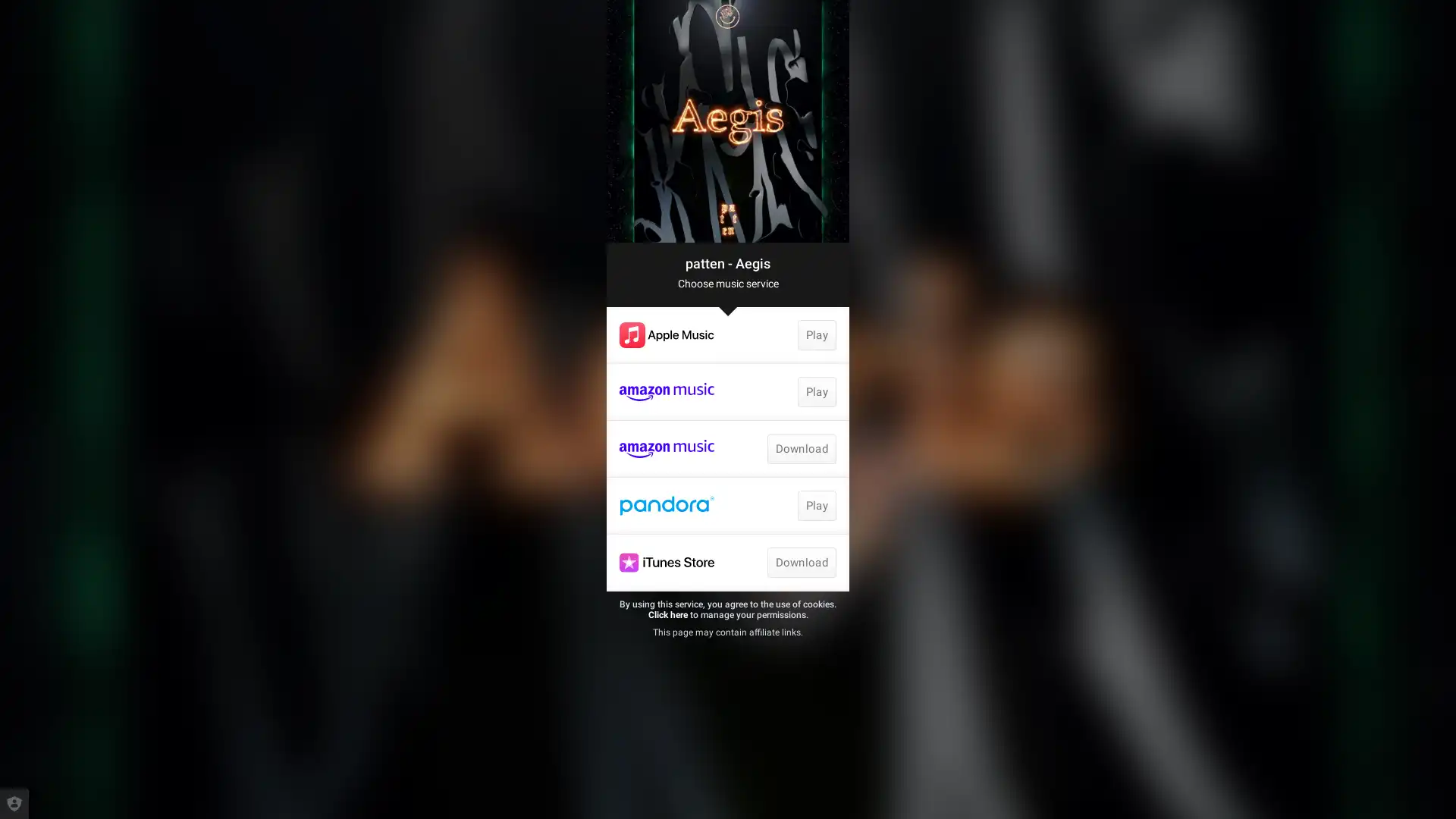 The height and width of the screenshot is (819, 1456). I want to click on Play, so click(815, 334).